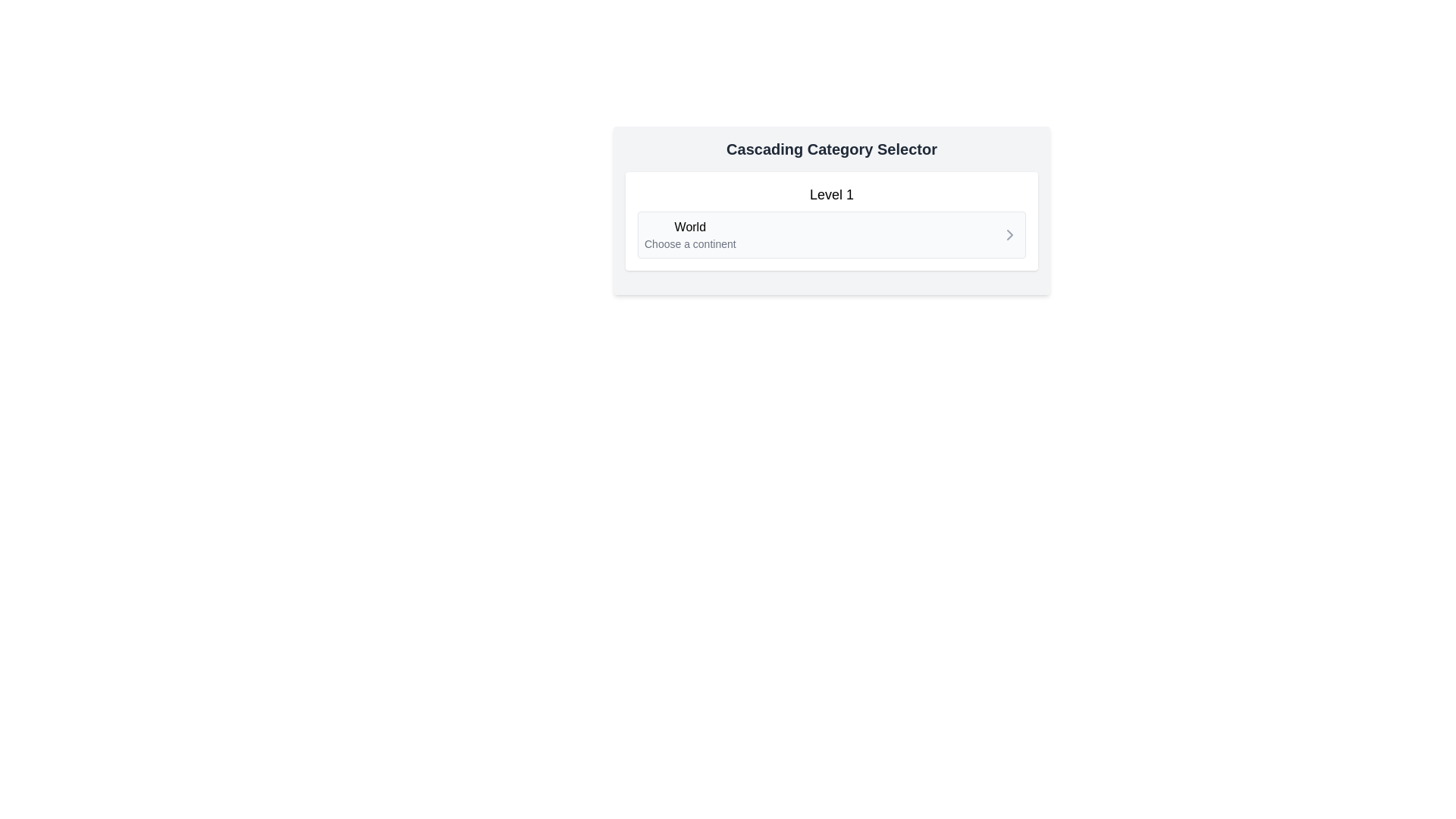  I want to click on the text label that reads 'Choose a continent', which is positioned below the 'World' label in the cascading category selector component, so click(689, 243).